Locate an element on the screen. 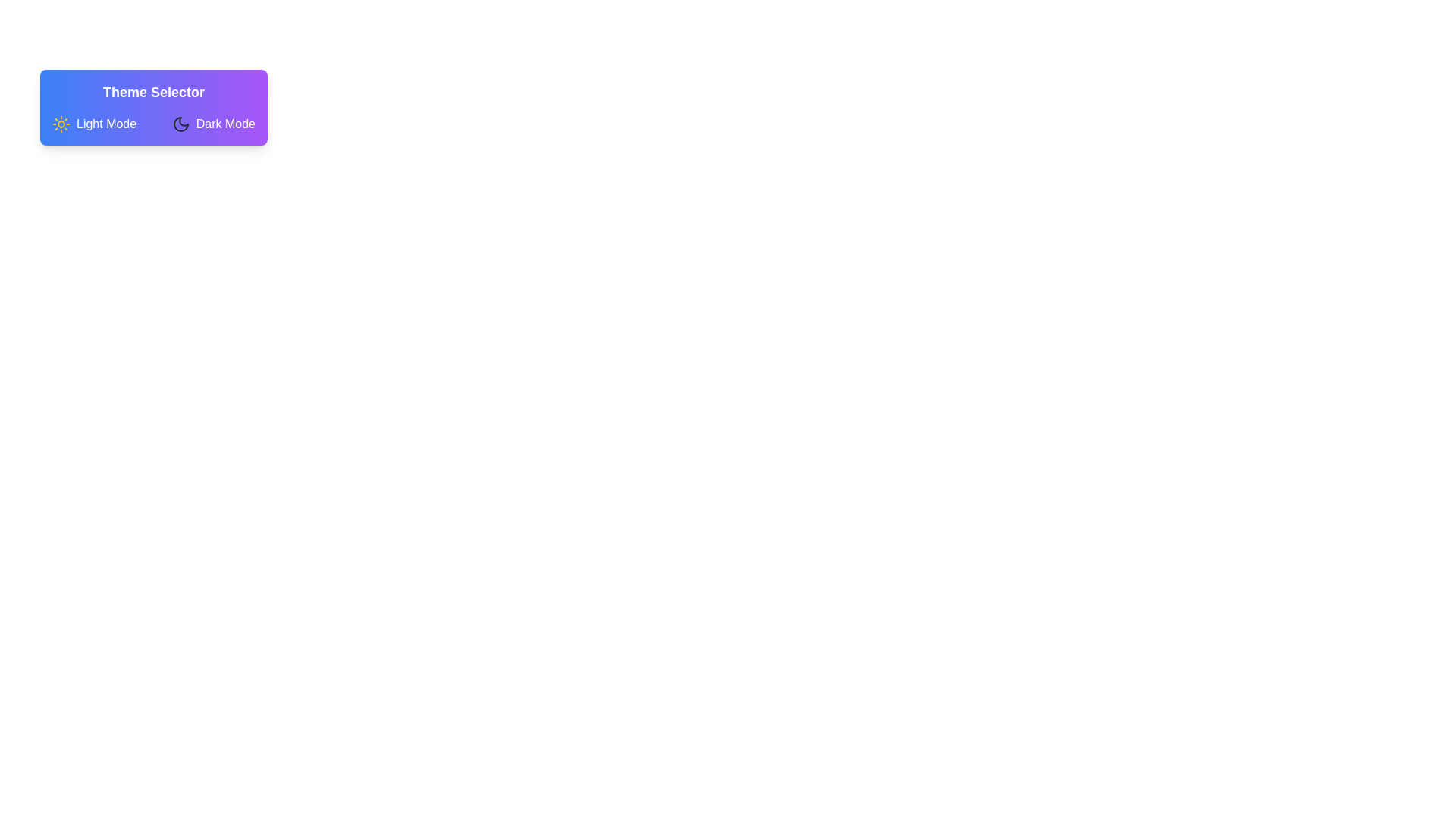 The height and width of the screenshot is (819, 1456). the dark mode toggle element, which combines an icon and a text label, located to the right of the 'Light Mode' option is located at coordinates (212, 124).